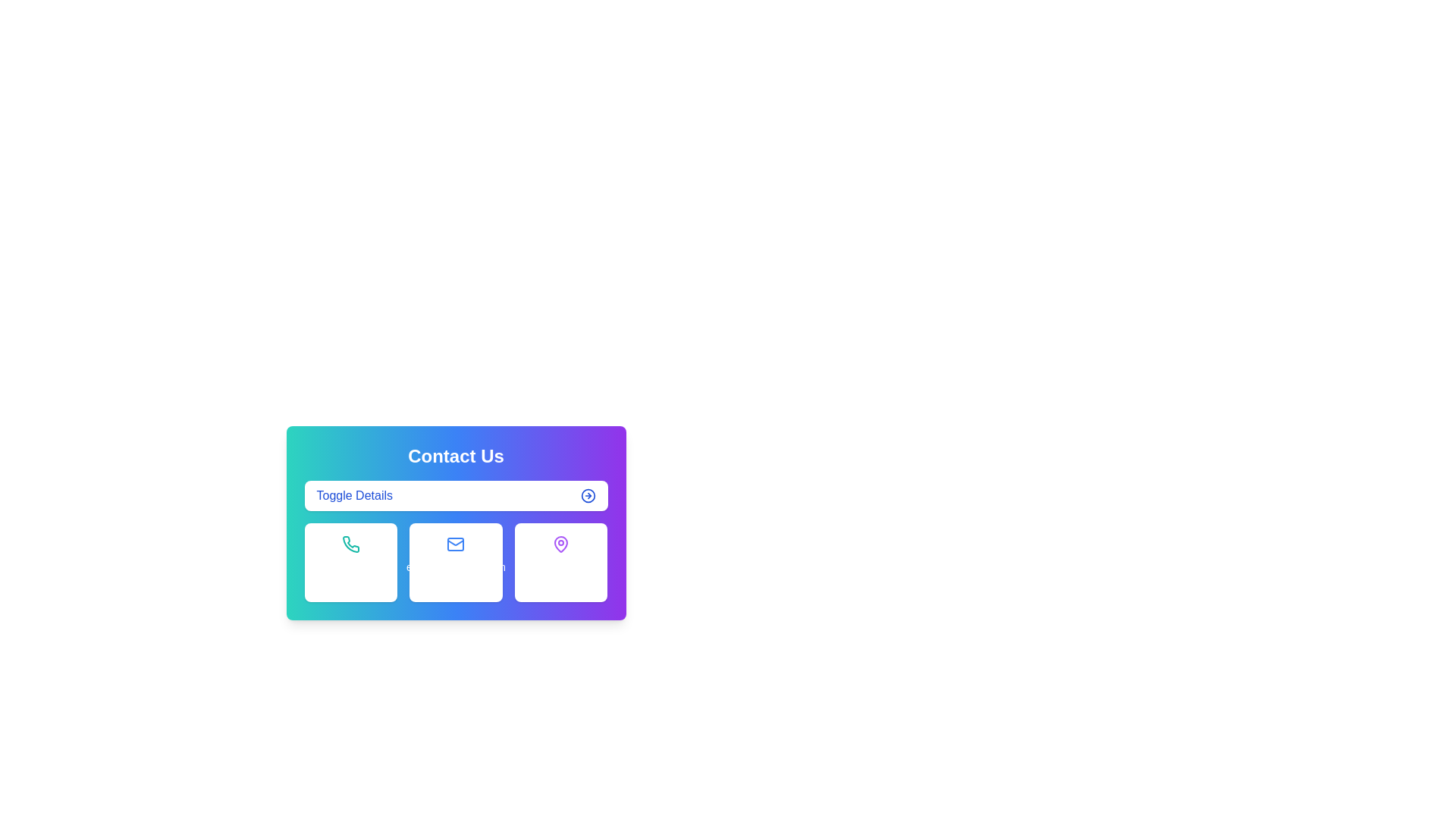 The width and height of the screenshot is (1456, 819). Describe the element at coordinates (350, 562) in the screenshot. I see `phone number displayed on the first contact card, which is located on the left side of the grid within the 'Contact Us' section` at that location.